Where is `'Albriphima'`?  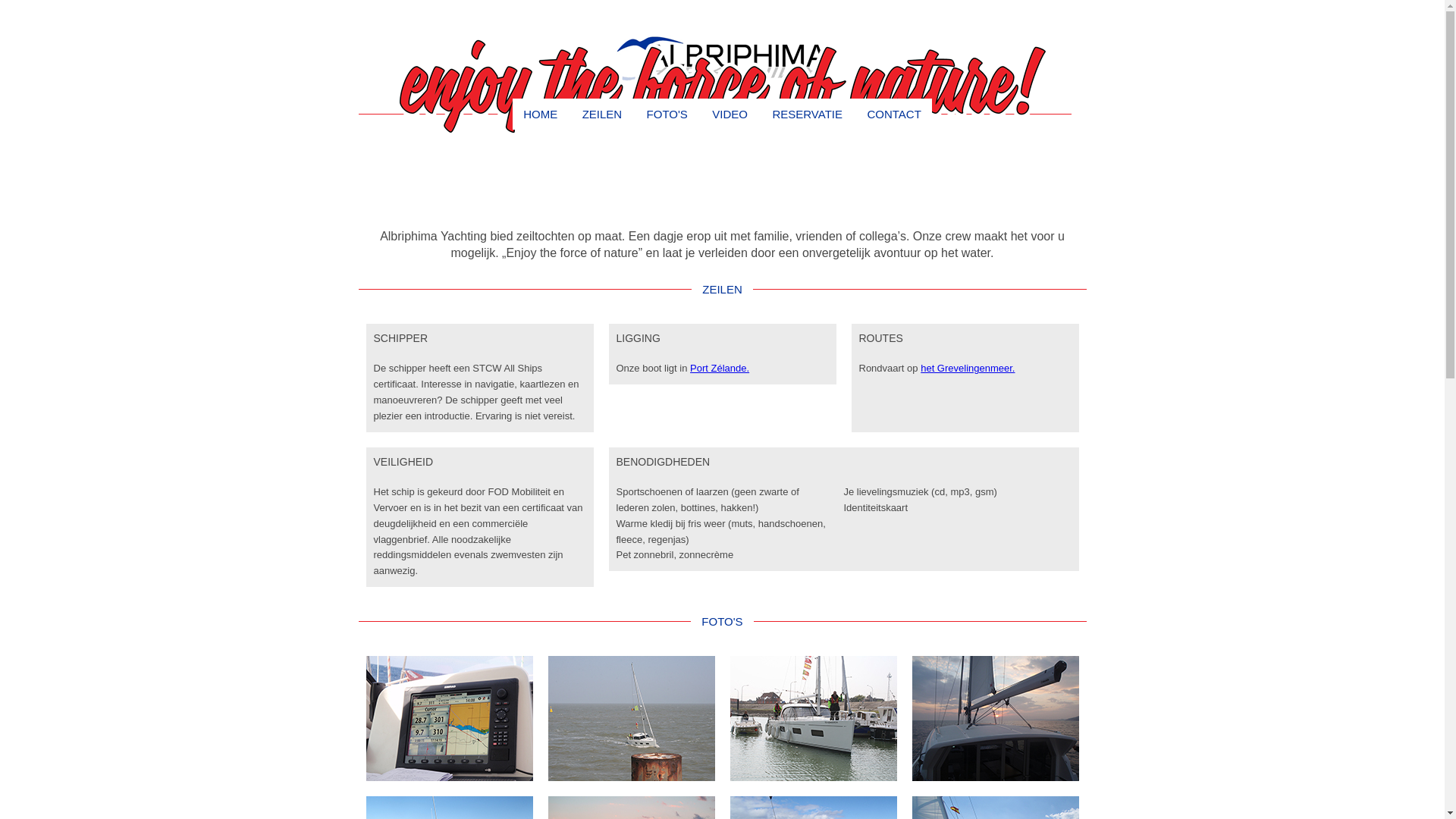
'Albriphima' is located at coordinates (721, 60).